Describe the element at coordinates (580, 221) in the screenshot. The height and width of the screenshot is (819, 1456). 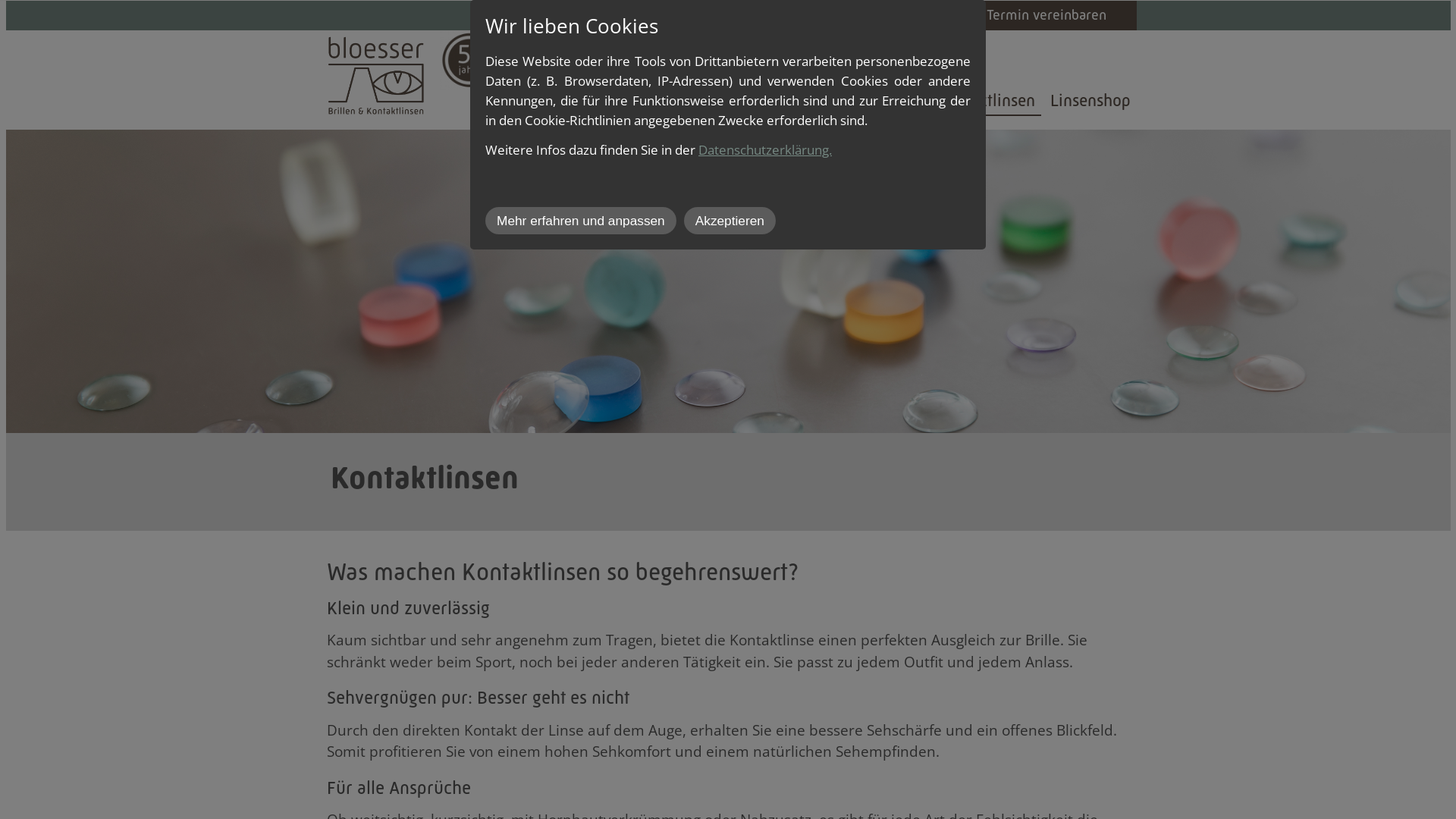
I see `'Mehr erfahren und anpassen'` at that location.